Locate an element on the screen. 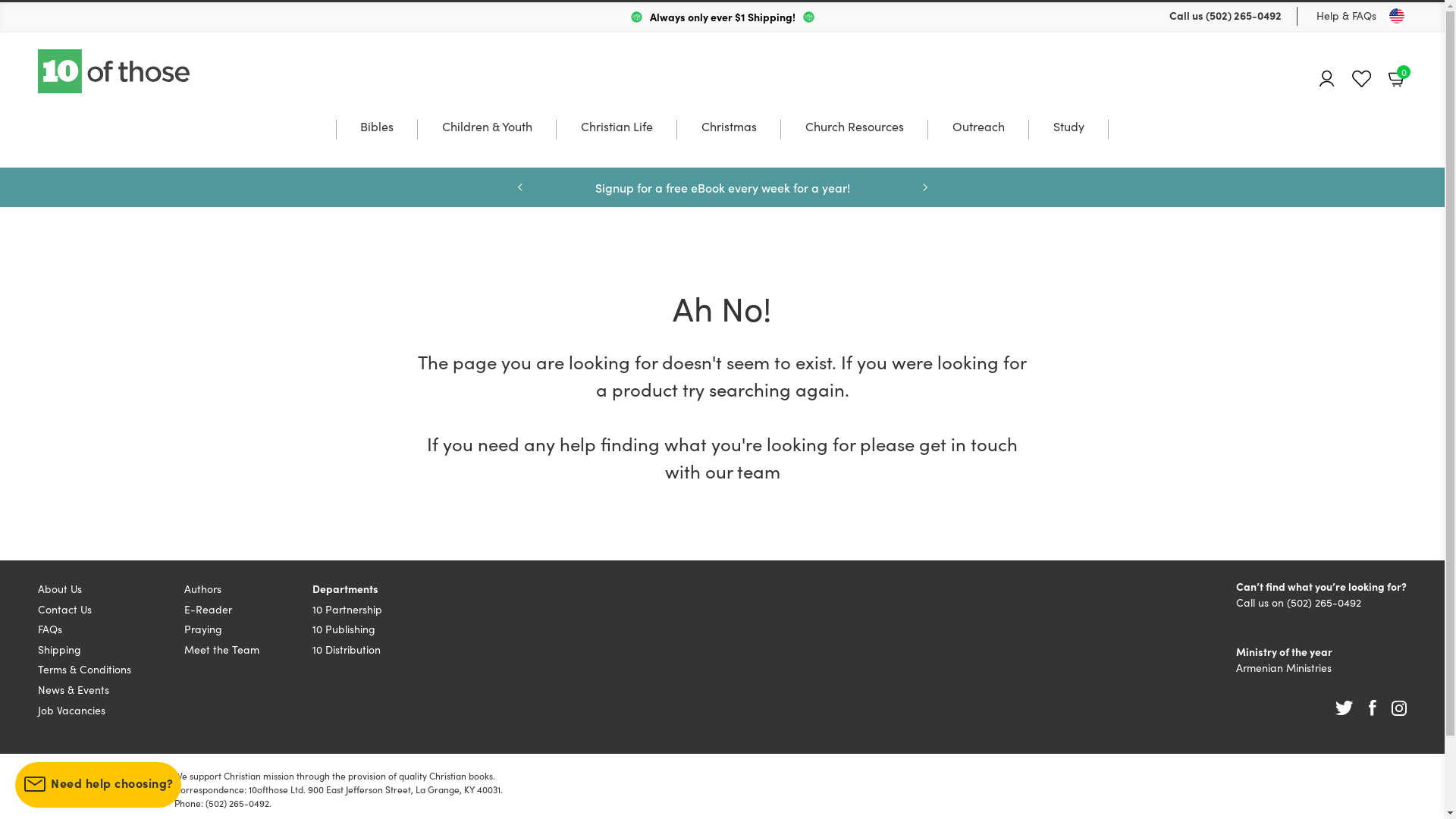  'Outreach' is located at coordinates (978, 140).